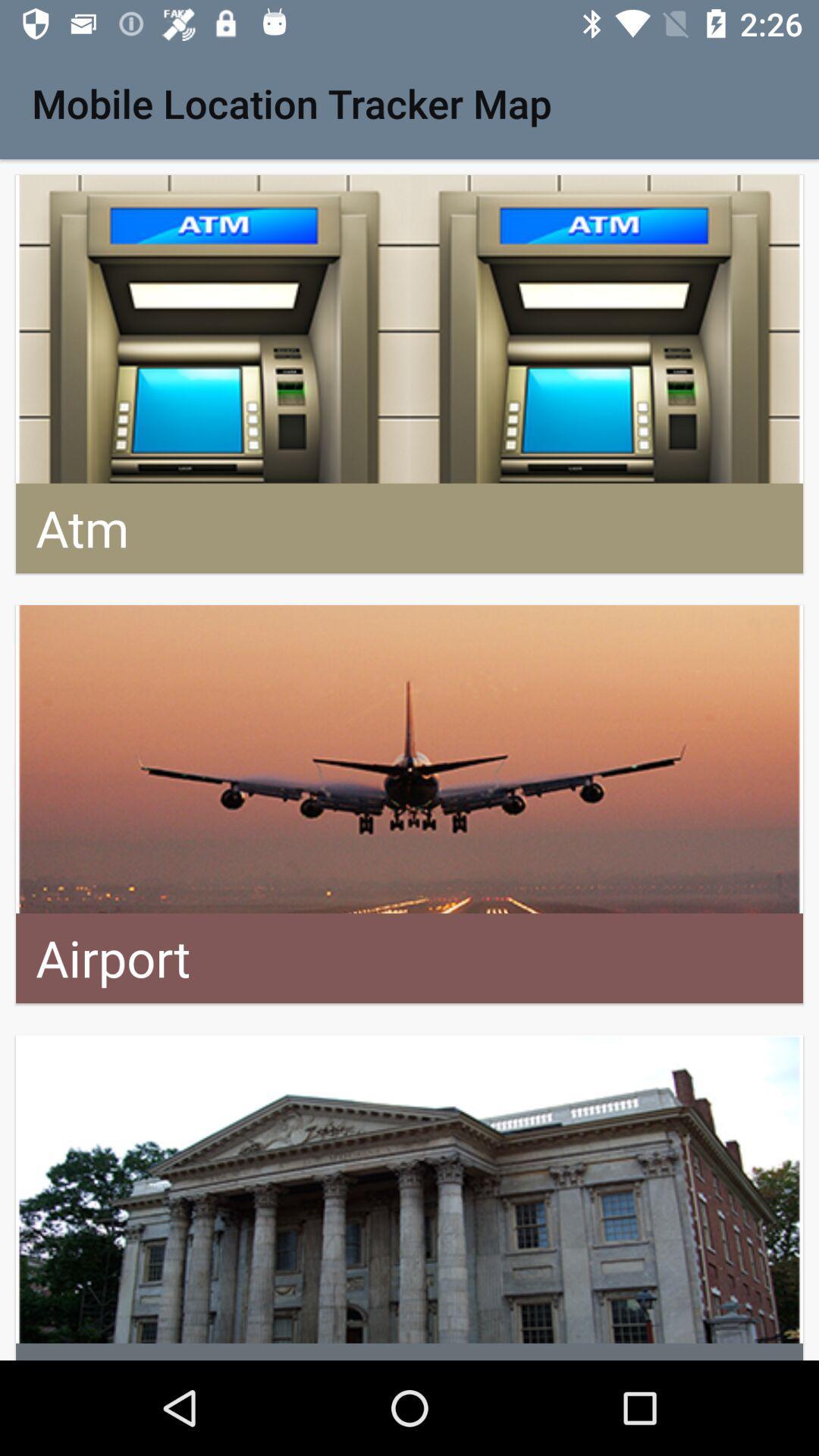 The width and height of the screenshot is (819, 1456). Describe the element at coordinates (409, 1197) in the screenshot. I see `image` at that location.